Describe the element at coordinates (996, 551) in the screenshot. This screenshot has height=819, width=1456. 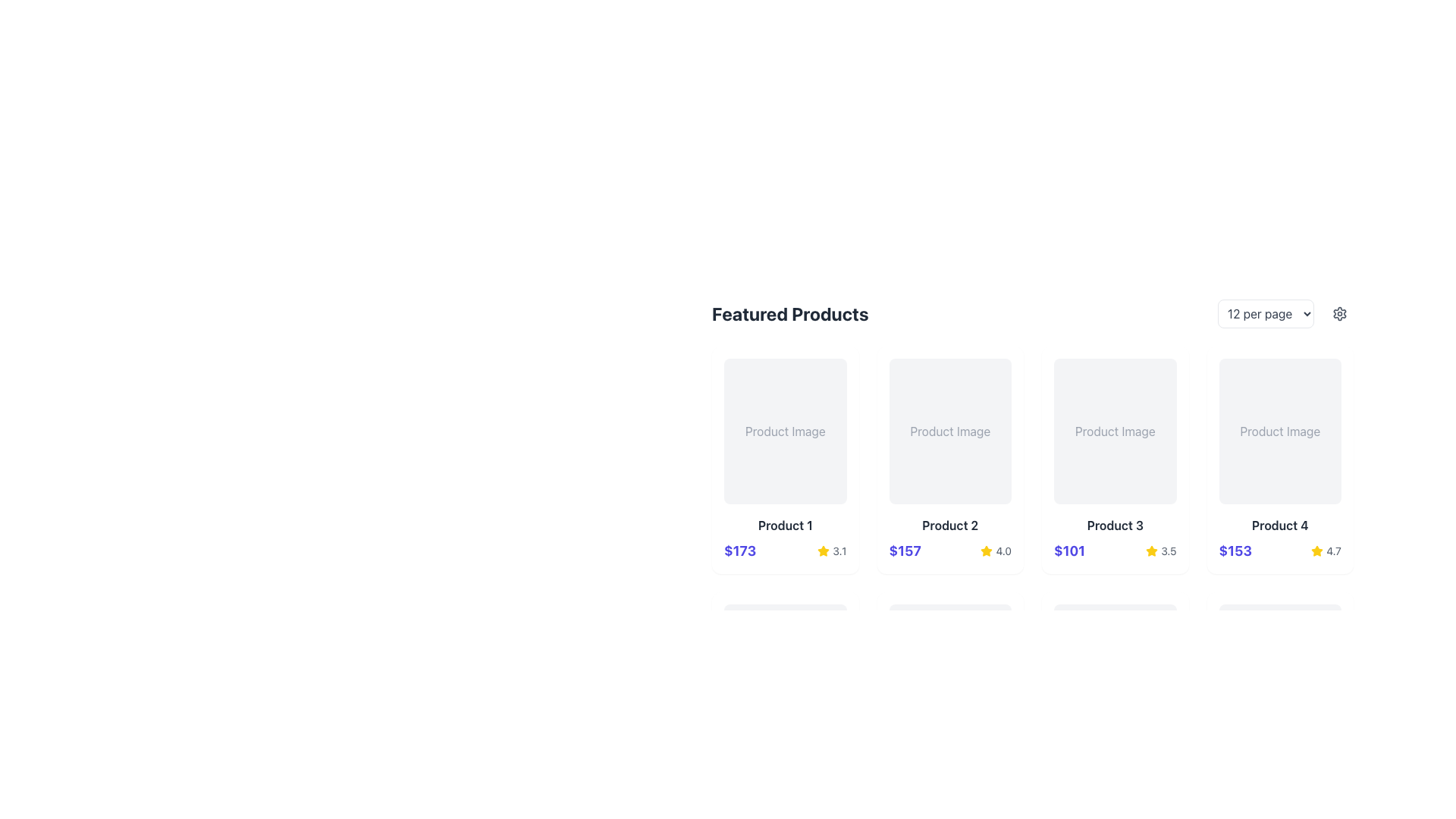
I see `the Rating Display with Icon and Text for 'Product 2' that shows a score of 4.0, located below the price of $157 in the second product card` at that location.